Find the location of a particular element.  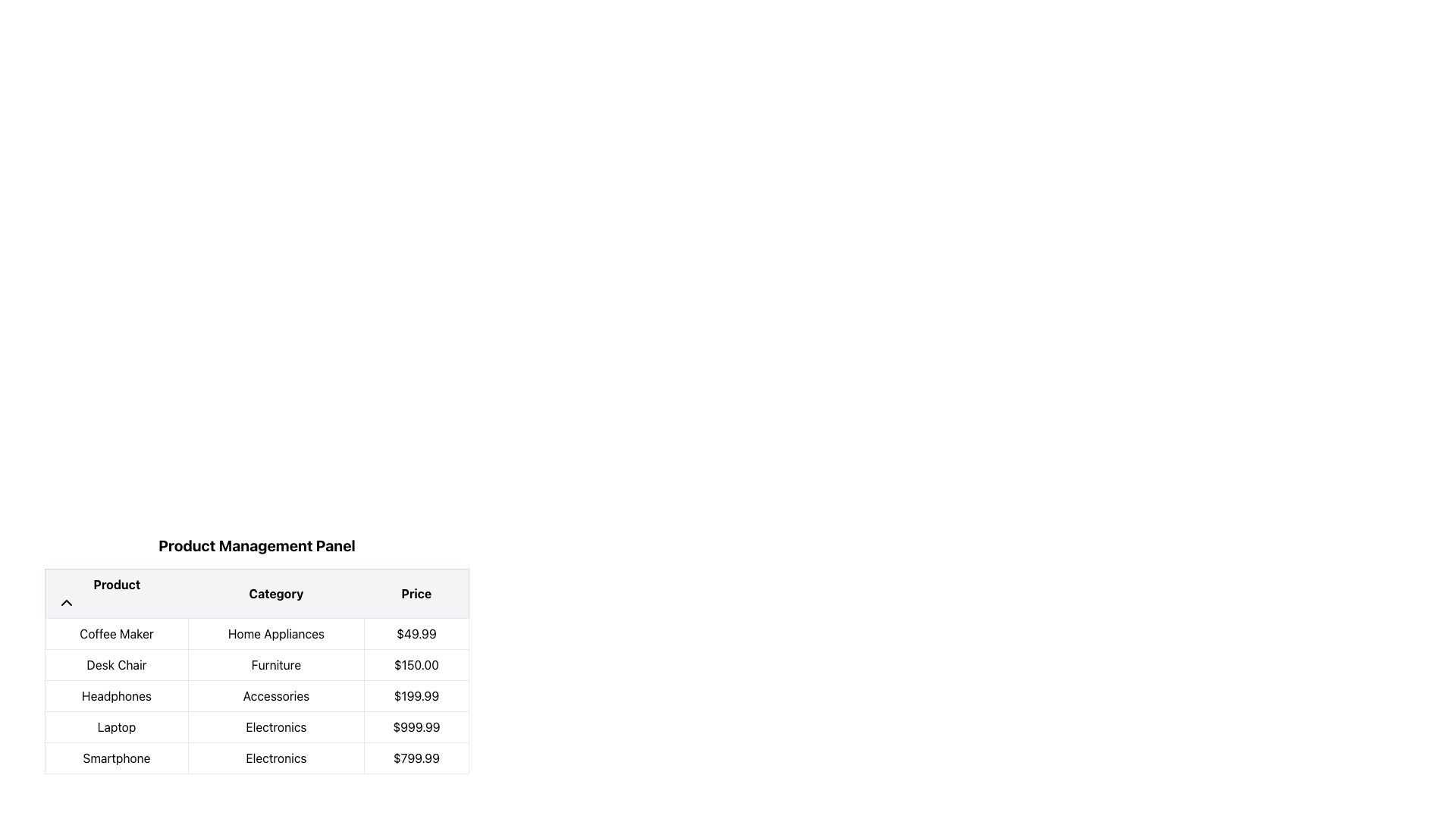

the static text label displaying the price of the 'Laptop' product in the third cell of the fourth row of the table is located at coordinates (416, 726).